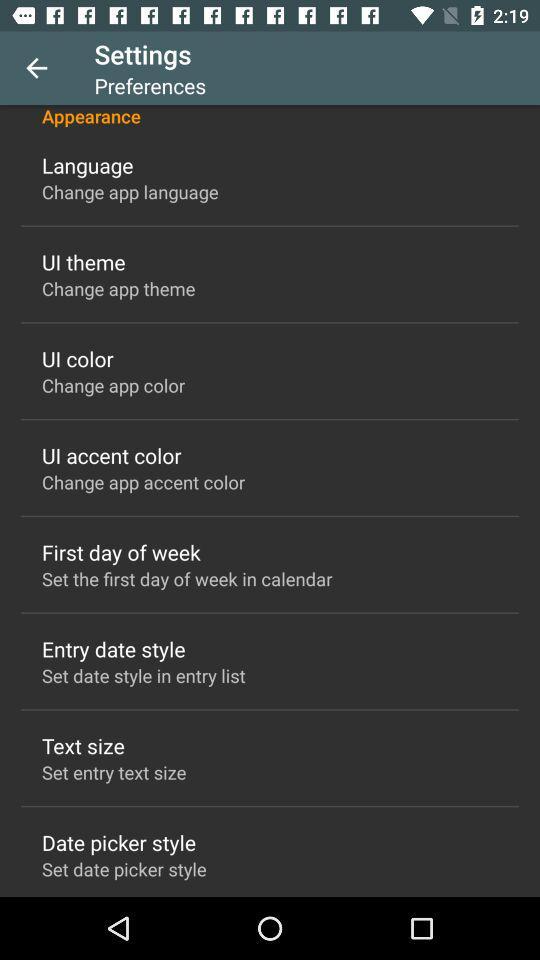 Image resolution: width=540 pixels, height=960 pixels. Describe the element at coordinates (187, 578) in the screenshot. I see `the item above the entry date style item` at that location.